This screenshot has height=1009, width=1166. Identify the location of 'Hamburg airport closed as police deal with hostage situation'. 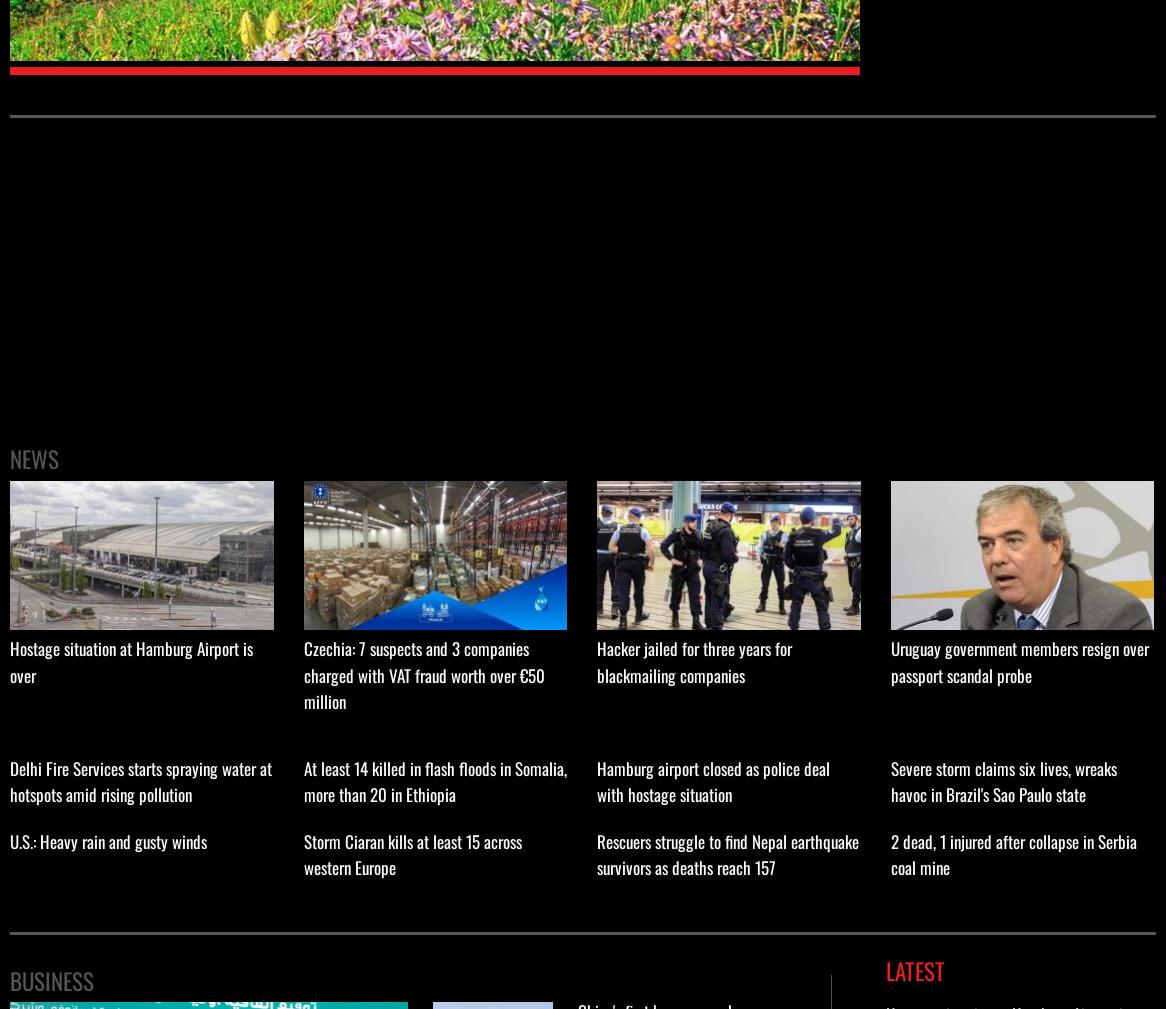
(713, 780).